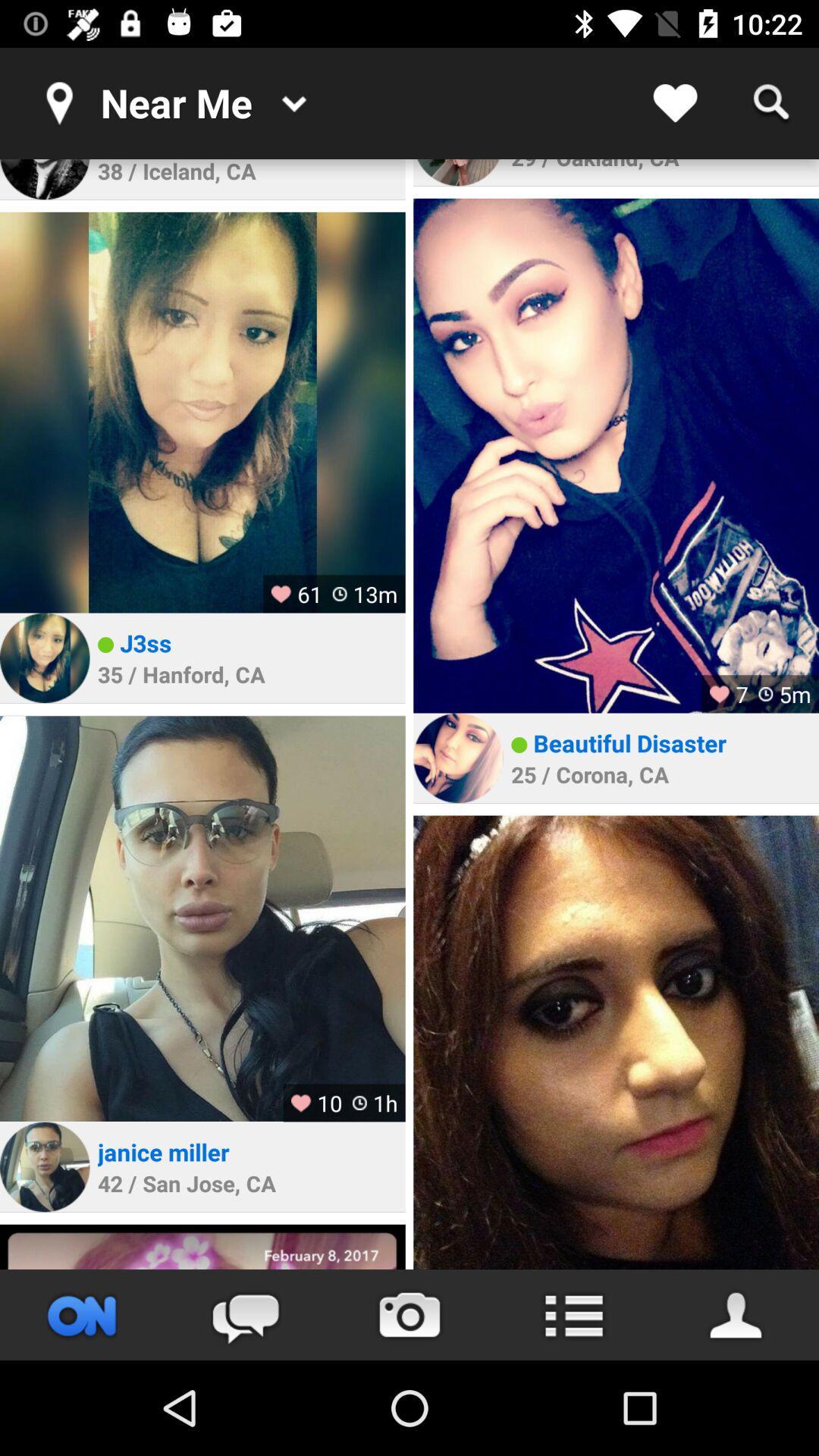 This screenshot has height=1456, width=819. What do you see at coordinates (616, 455) in the screenshot?
I see `open picture` at bounding box center [616, 455].